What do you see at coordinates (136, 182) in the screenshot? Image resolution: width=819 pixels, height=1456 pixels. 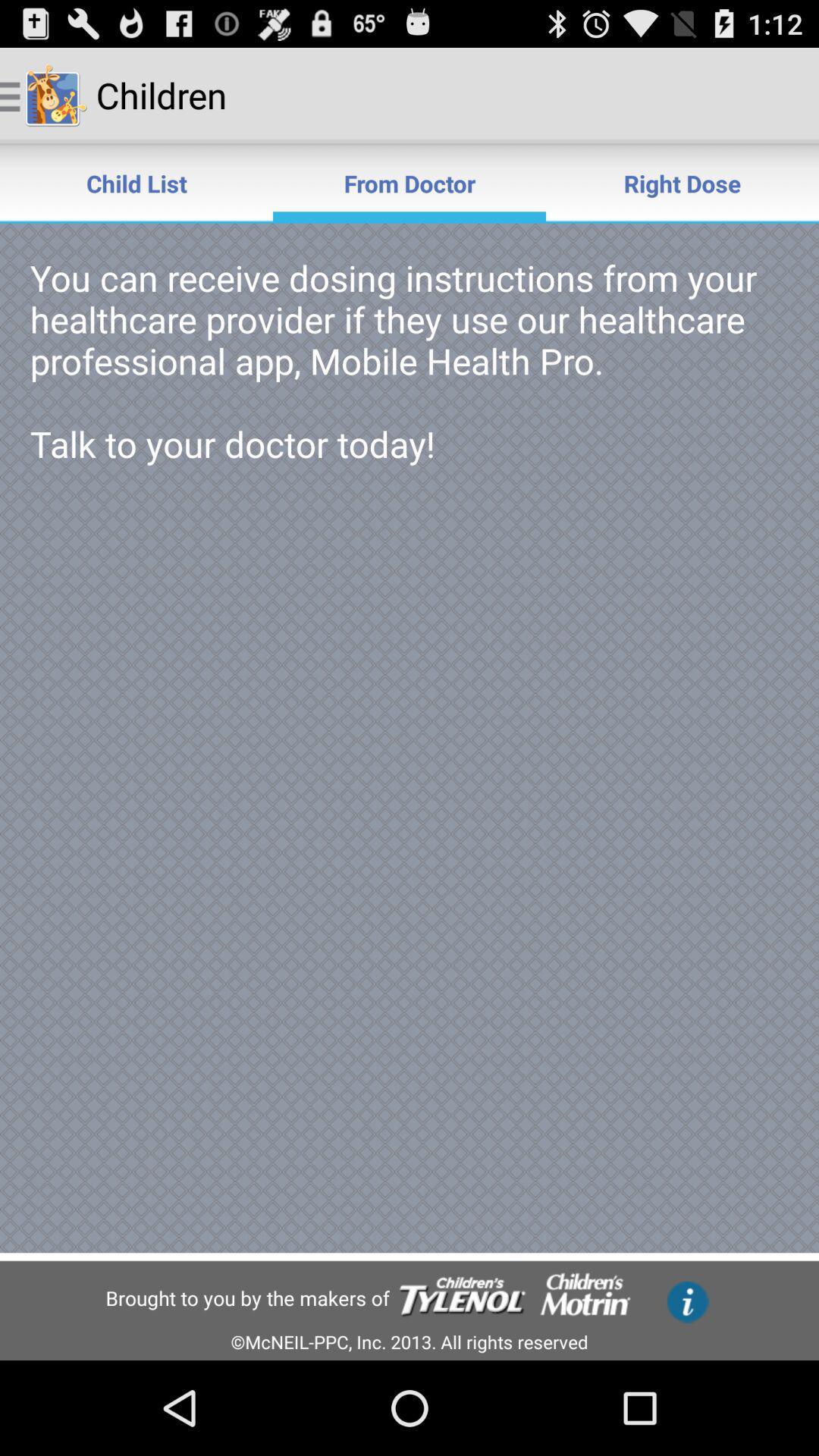 I see `icon next to from doctor` at bounding box center [136, 182].